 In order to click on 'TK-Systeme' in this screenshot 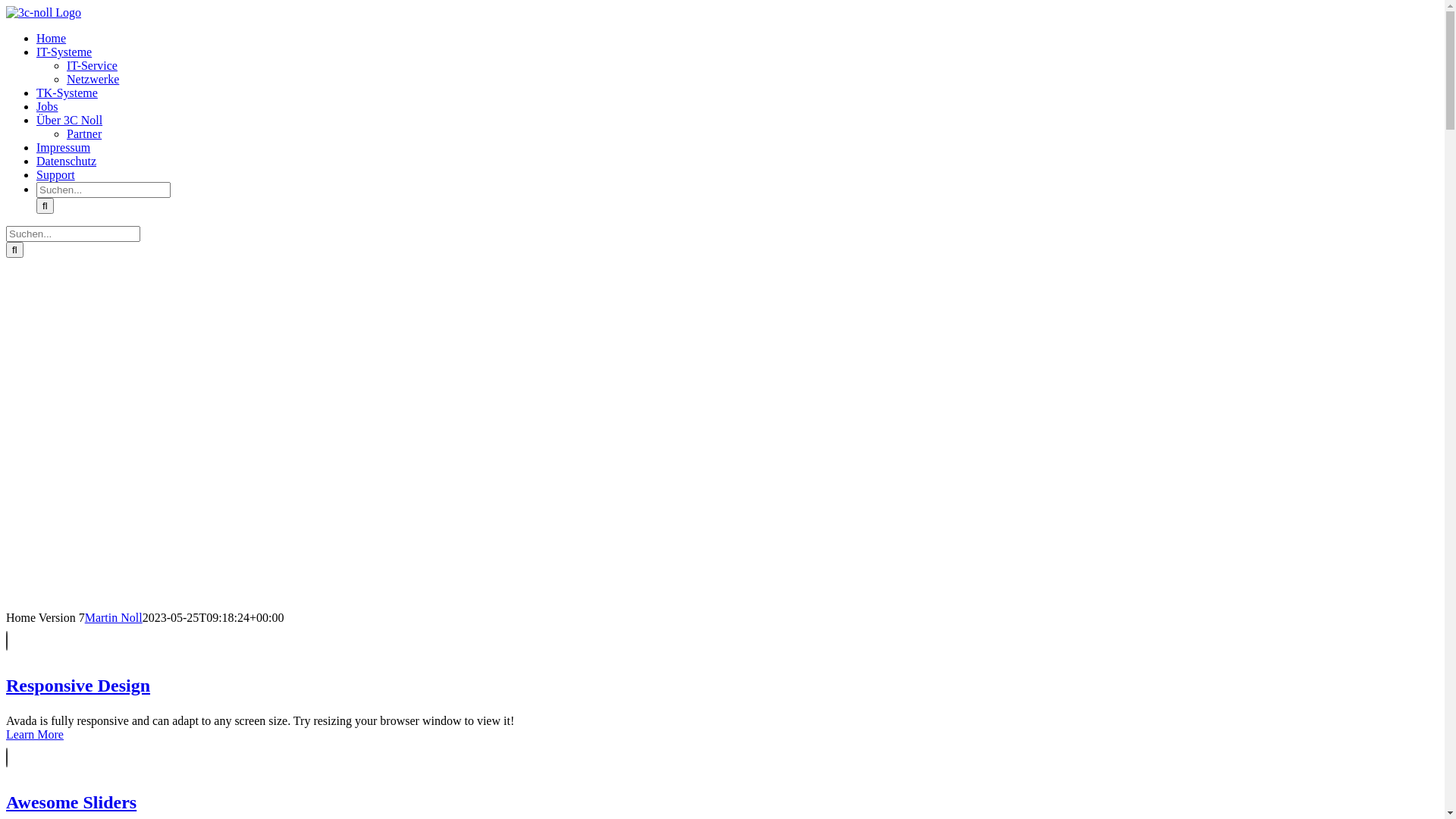, I will do `click(66, 93)`.